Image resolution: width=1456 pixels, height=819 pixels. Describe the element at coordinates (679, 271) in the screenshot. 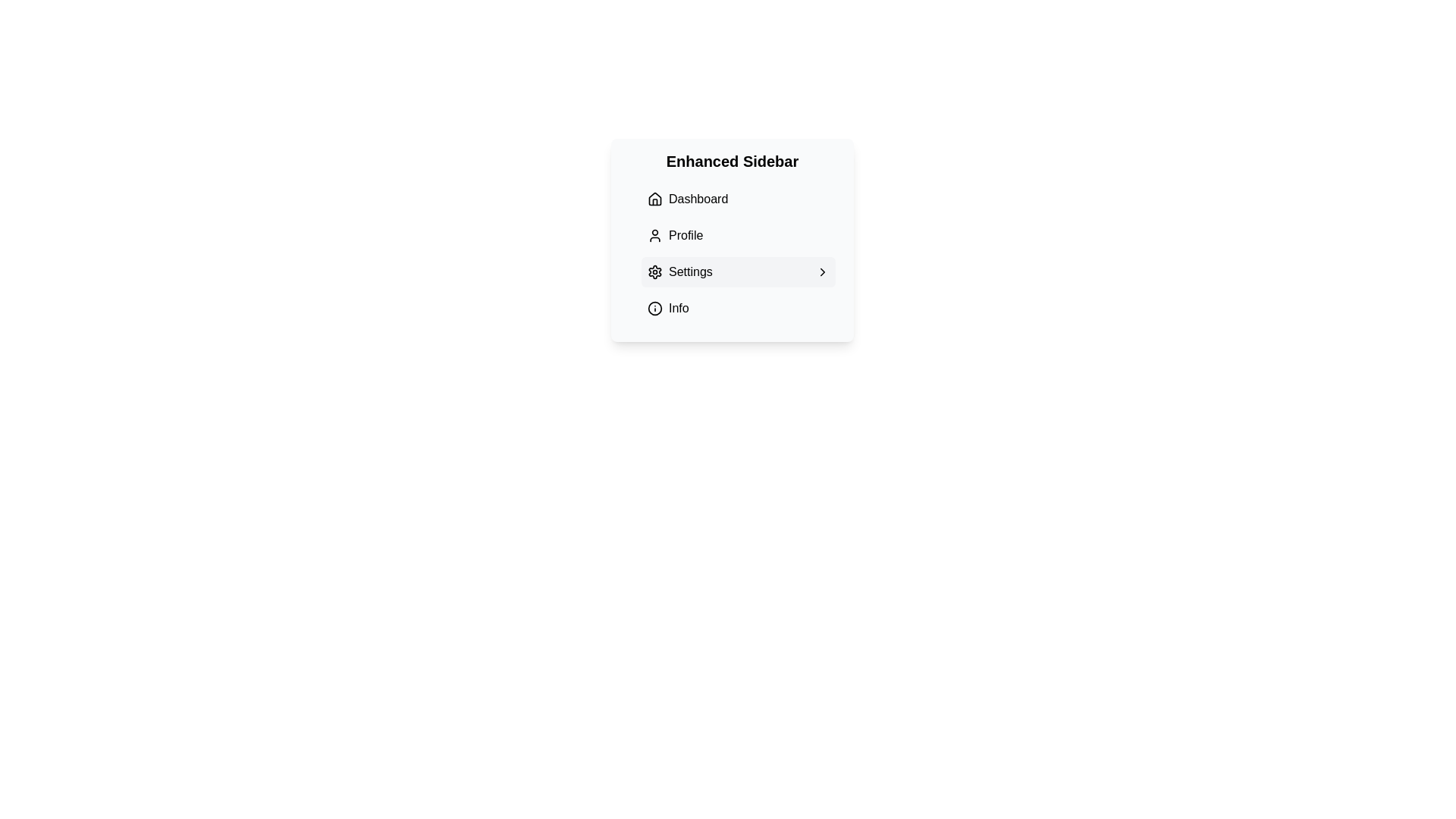

I see `the 'Settings' text label, which is styled in bold black font and positioned to the right of a gear-shaped icon` at that location.